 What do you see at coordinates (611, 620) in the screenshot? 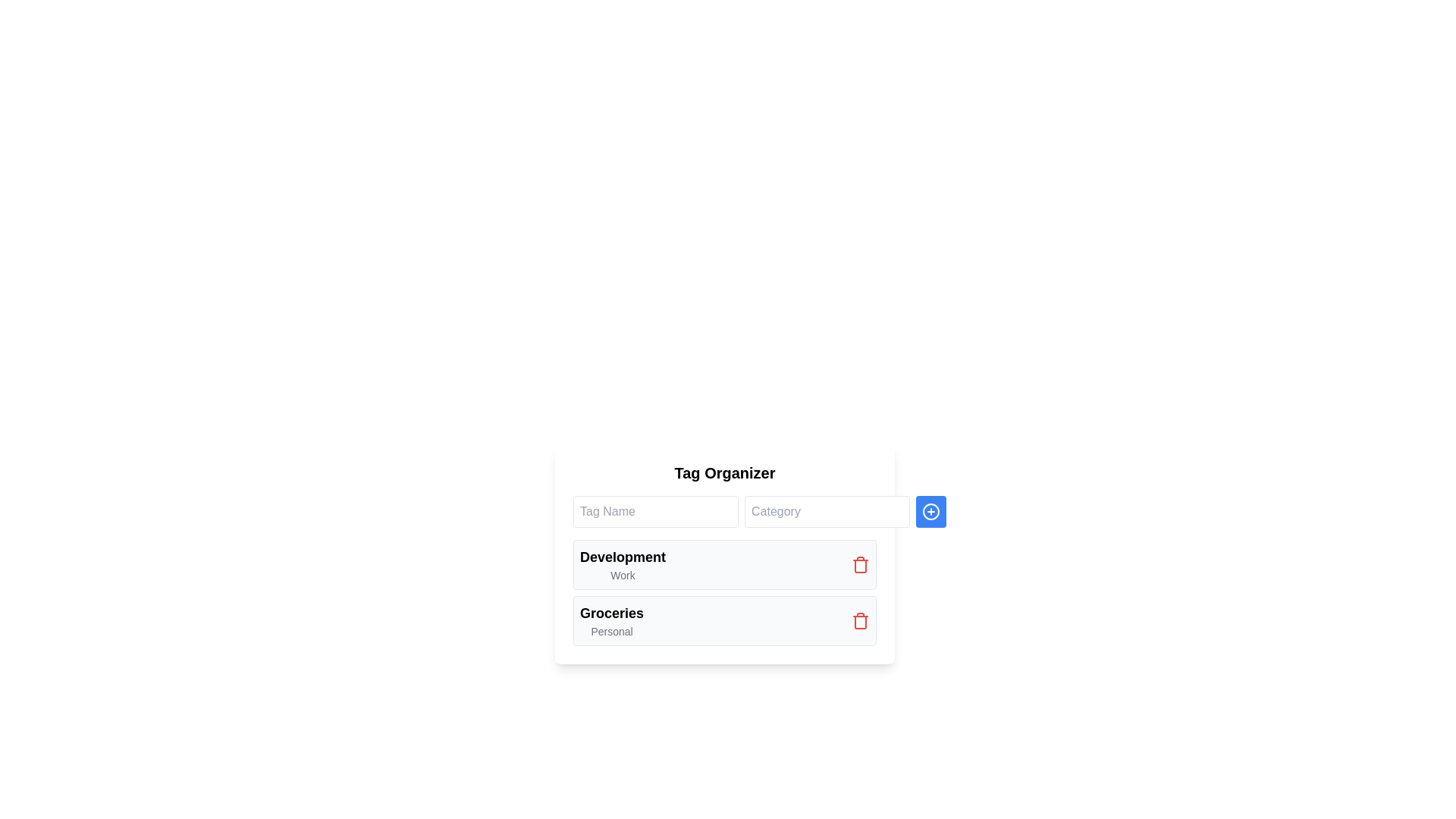
I see `the 'Groceries' text label with subtext 'Personal' located in the 'Tag Organizer' section, which is below the 'Development' item and to the left of the red delete icon` at bounding box center [611, 620].